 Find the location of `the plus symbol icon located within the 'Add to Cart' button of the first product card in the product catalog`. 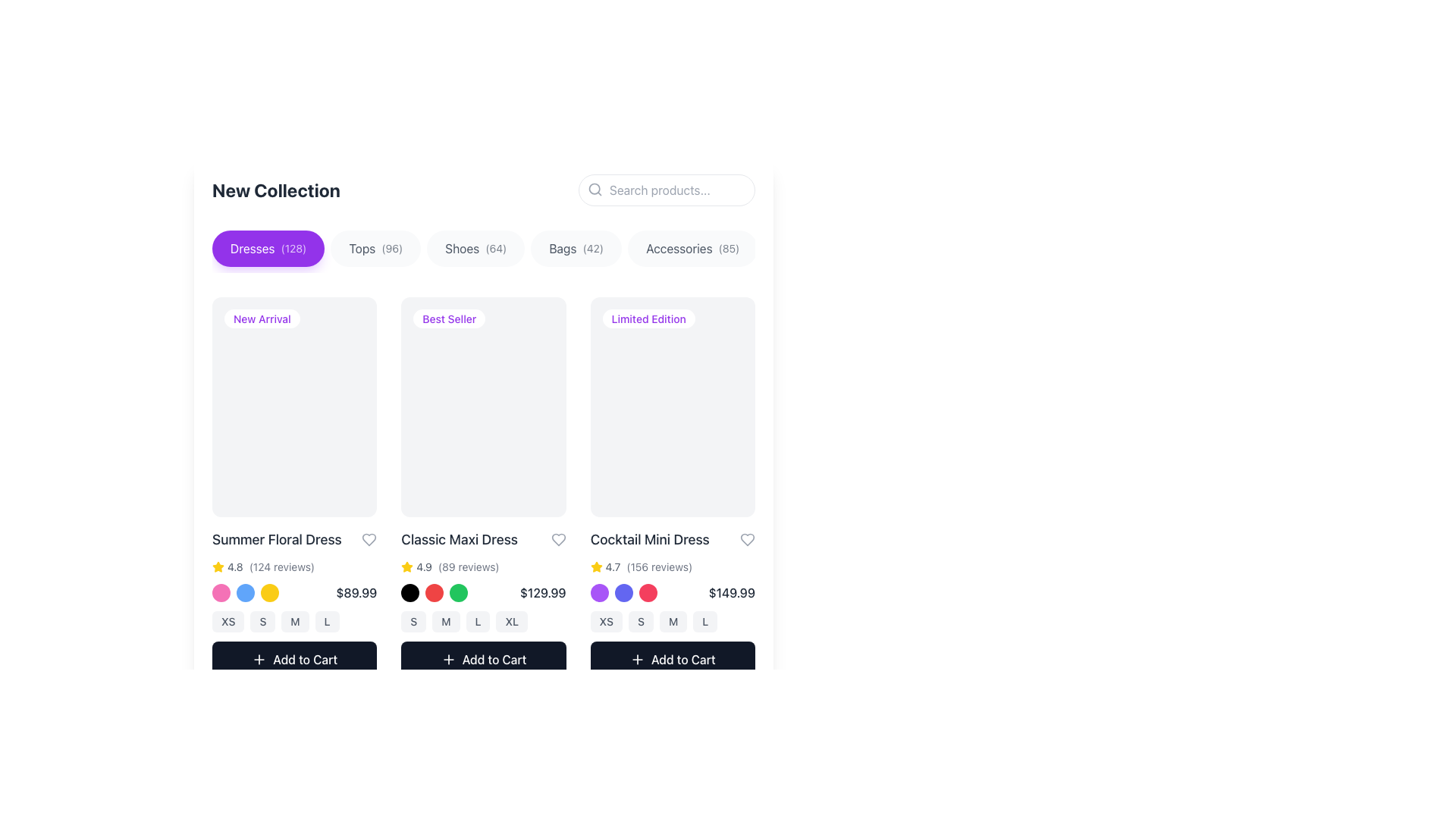

the plus symbol icon located within the 'Add to Cart' button of the first product card in the product catalog is located at coordinates (259, 658).